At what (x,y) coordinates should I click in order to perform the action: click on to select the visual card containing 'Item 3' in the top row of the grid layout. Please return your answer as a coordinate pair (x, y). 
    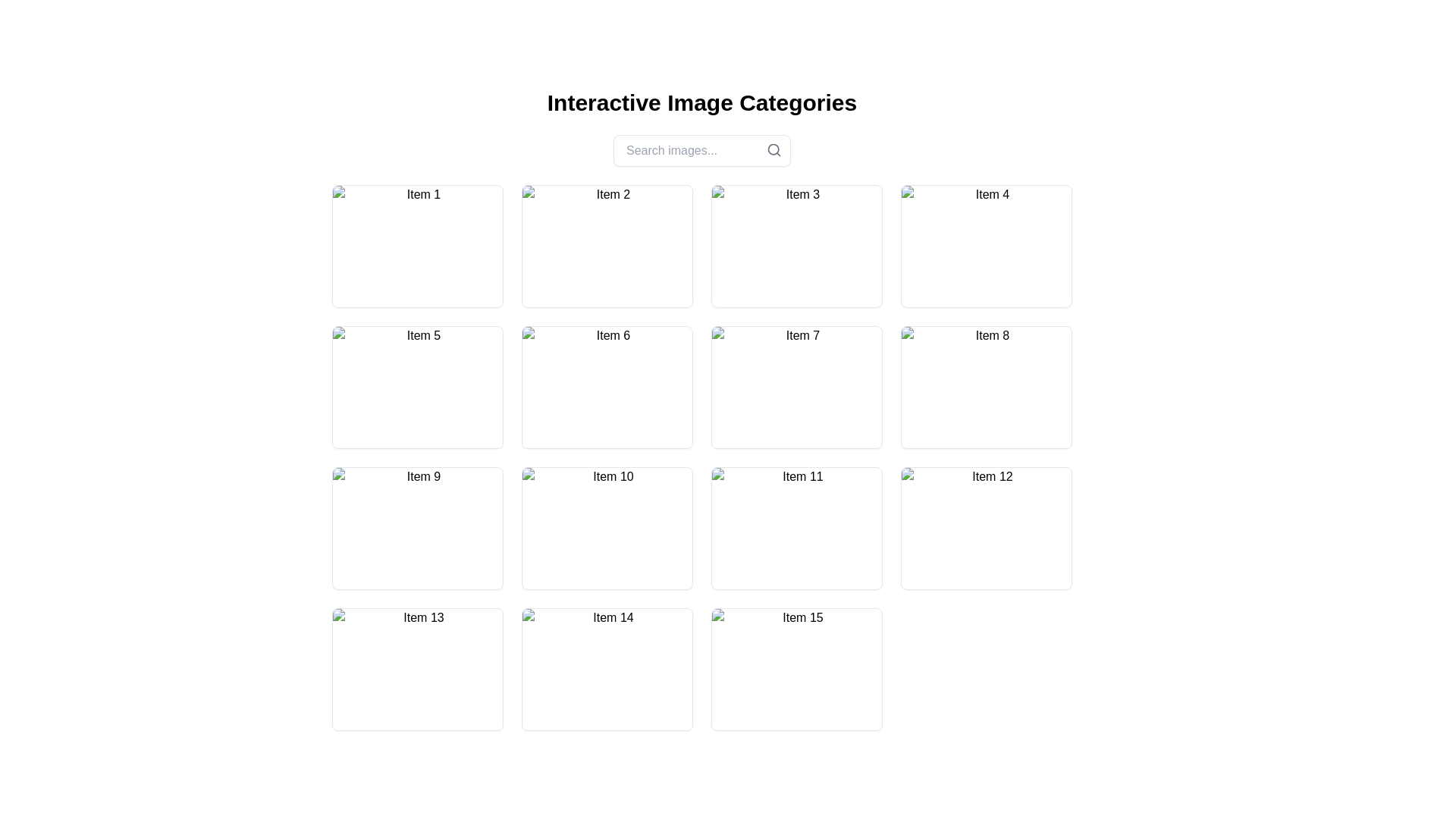
    Looking at the image, I should click on (796, 245).